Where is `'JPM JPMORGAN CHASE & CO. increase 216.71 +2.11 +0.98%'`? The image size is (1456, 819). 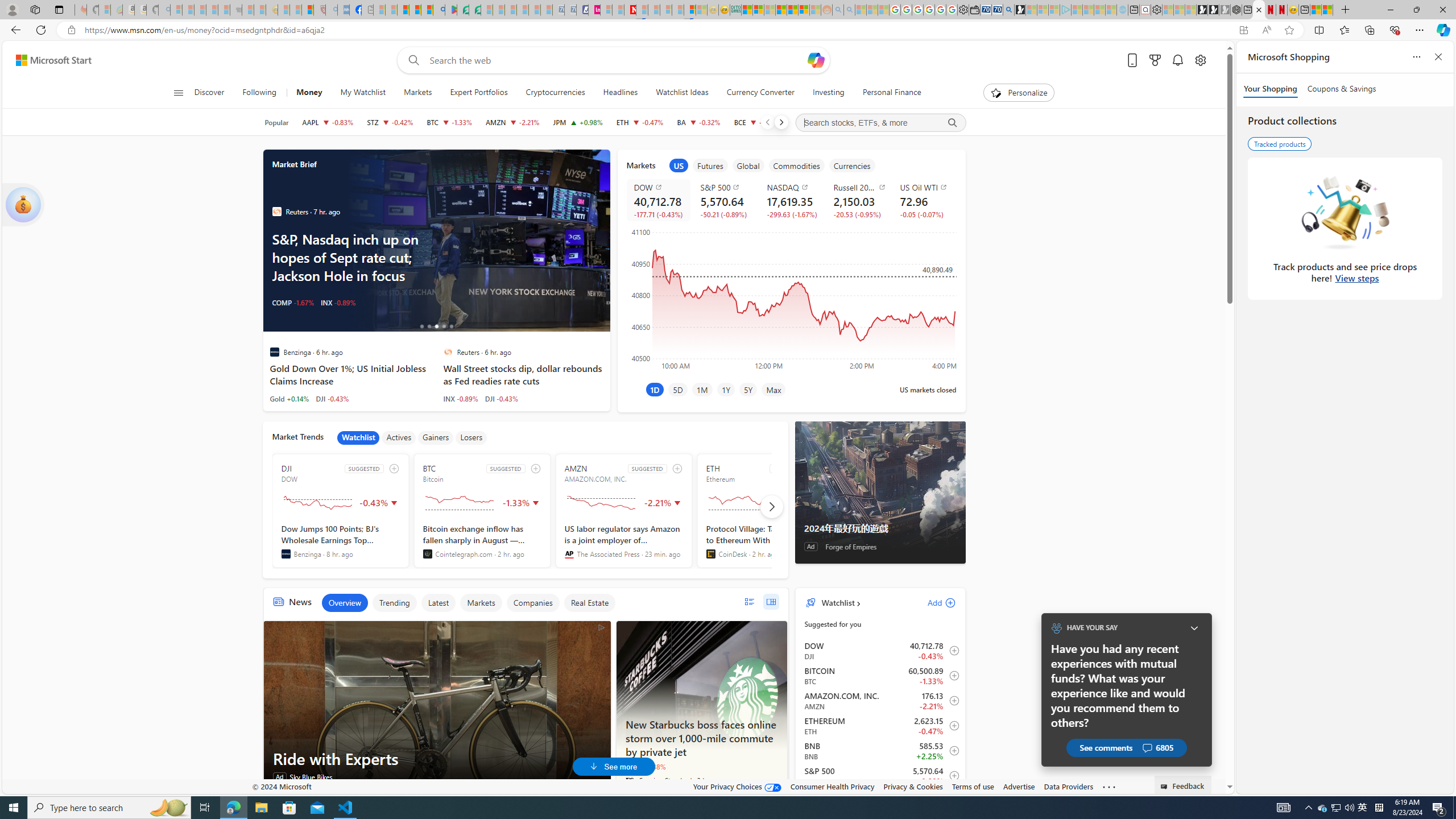 'JPM JPMORGAN CHASE & CO. increase 216.71 +2.11 +0.98%' is located at coordinates (577, 122).